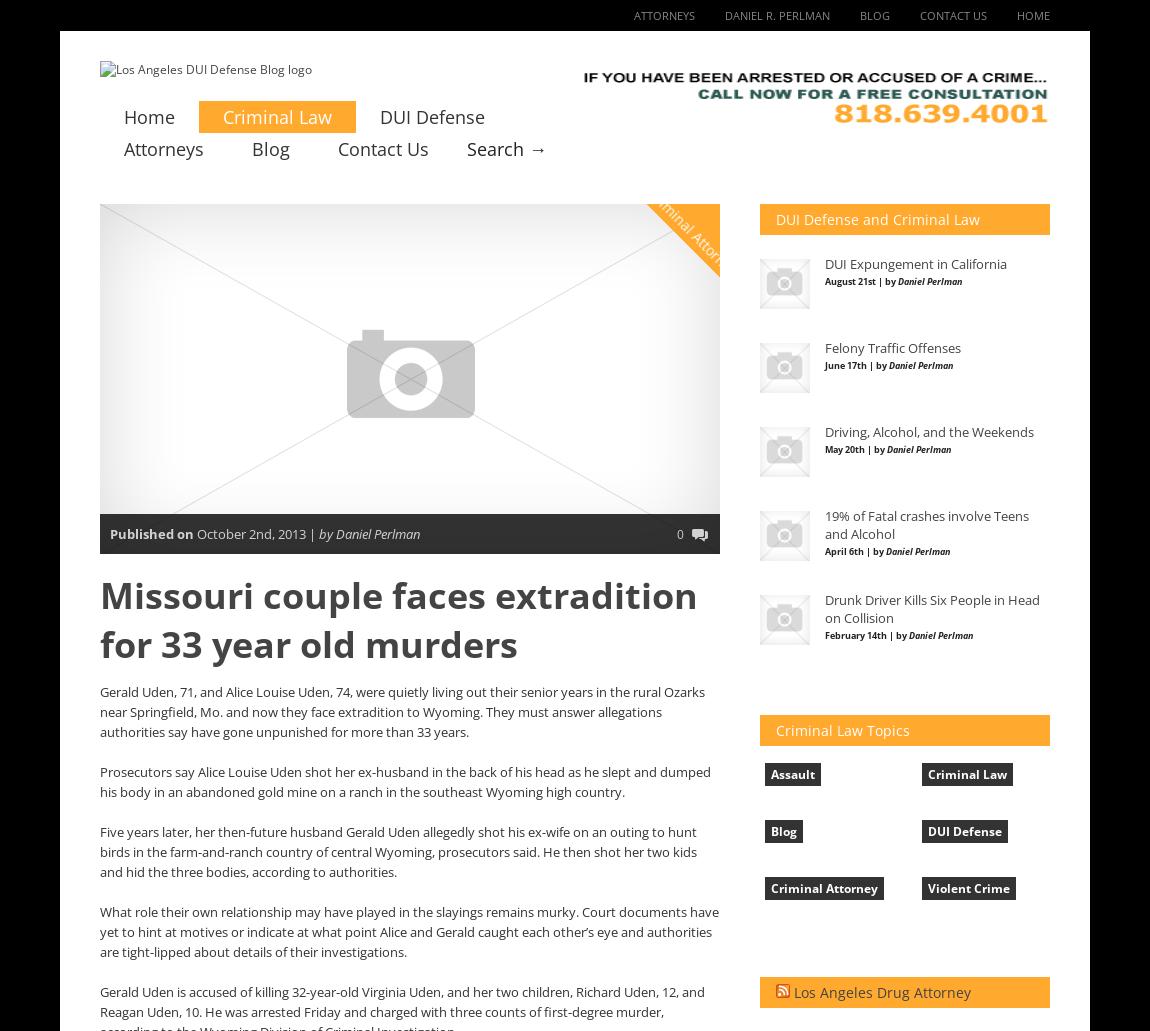 The width and height of the screenshot is (1150, 1031). I want to click on 'Blog', so click(782, 831).